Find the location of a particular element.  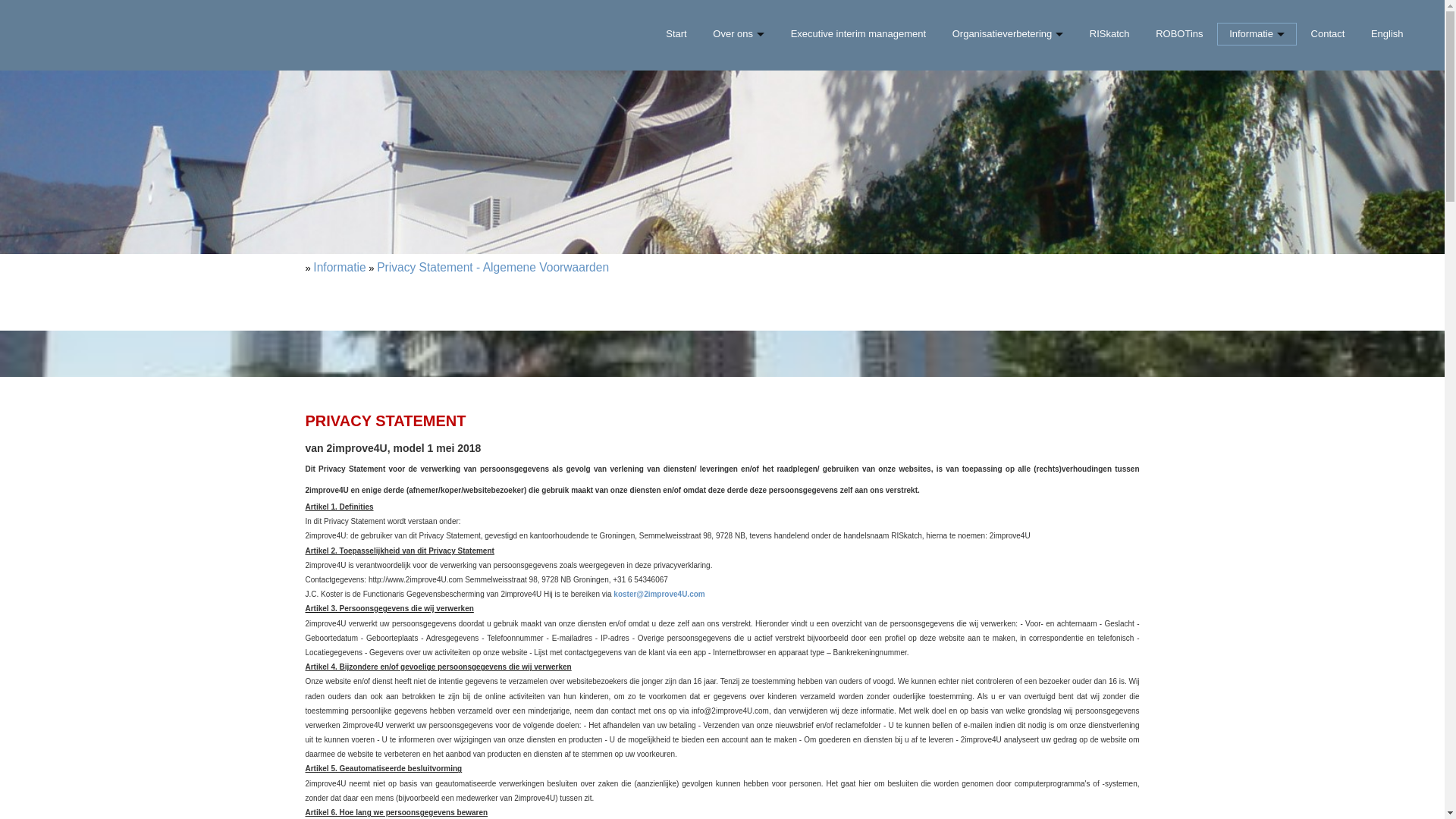

'Start' is located at coordinates (676, 34).